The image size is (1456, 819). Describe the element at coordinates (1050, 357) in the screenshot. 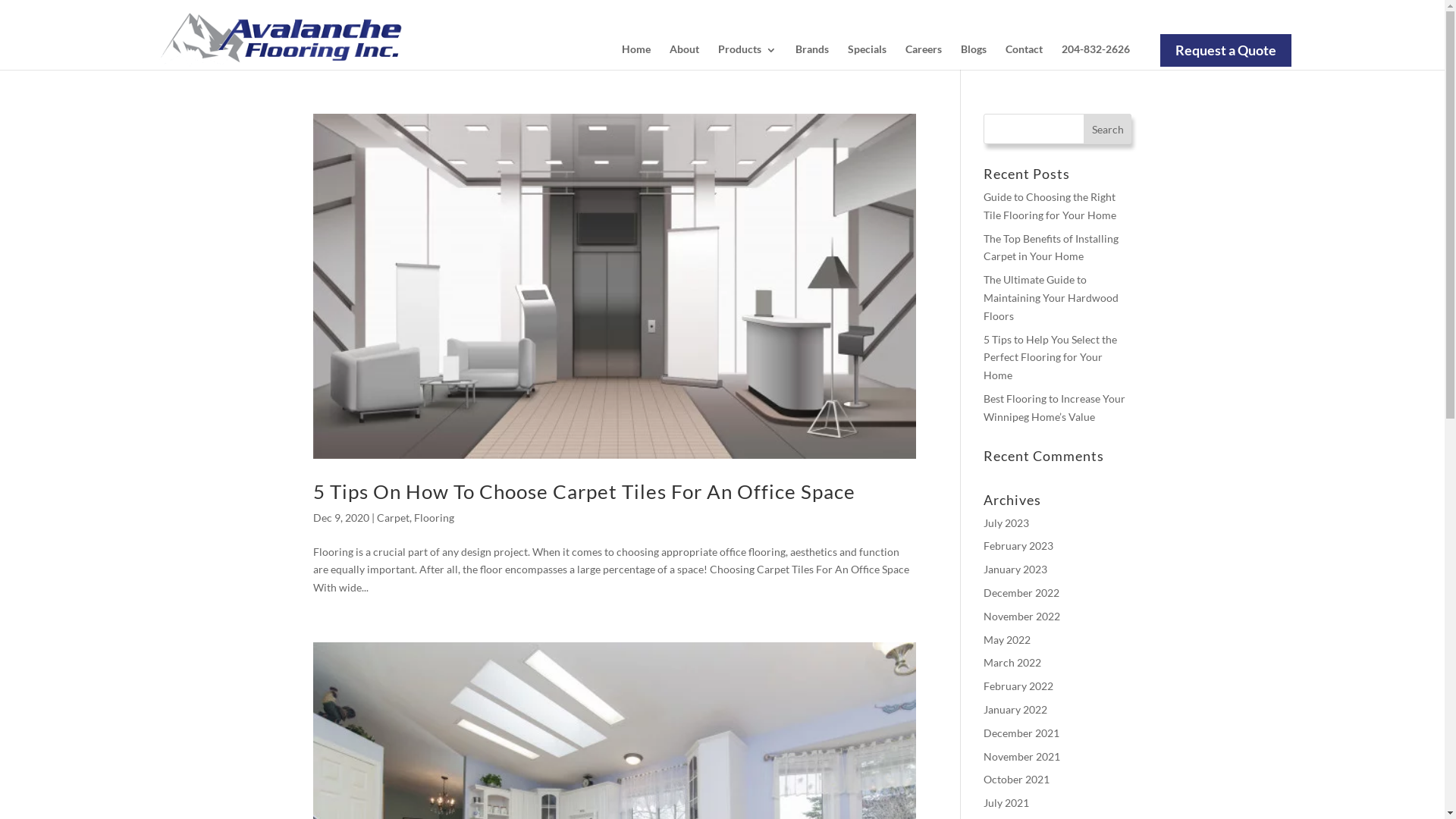

I see `'5 Tips to Help You Select the Perfect Flooring for Your Home'` at that location.